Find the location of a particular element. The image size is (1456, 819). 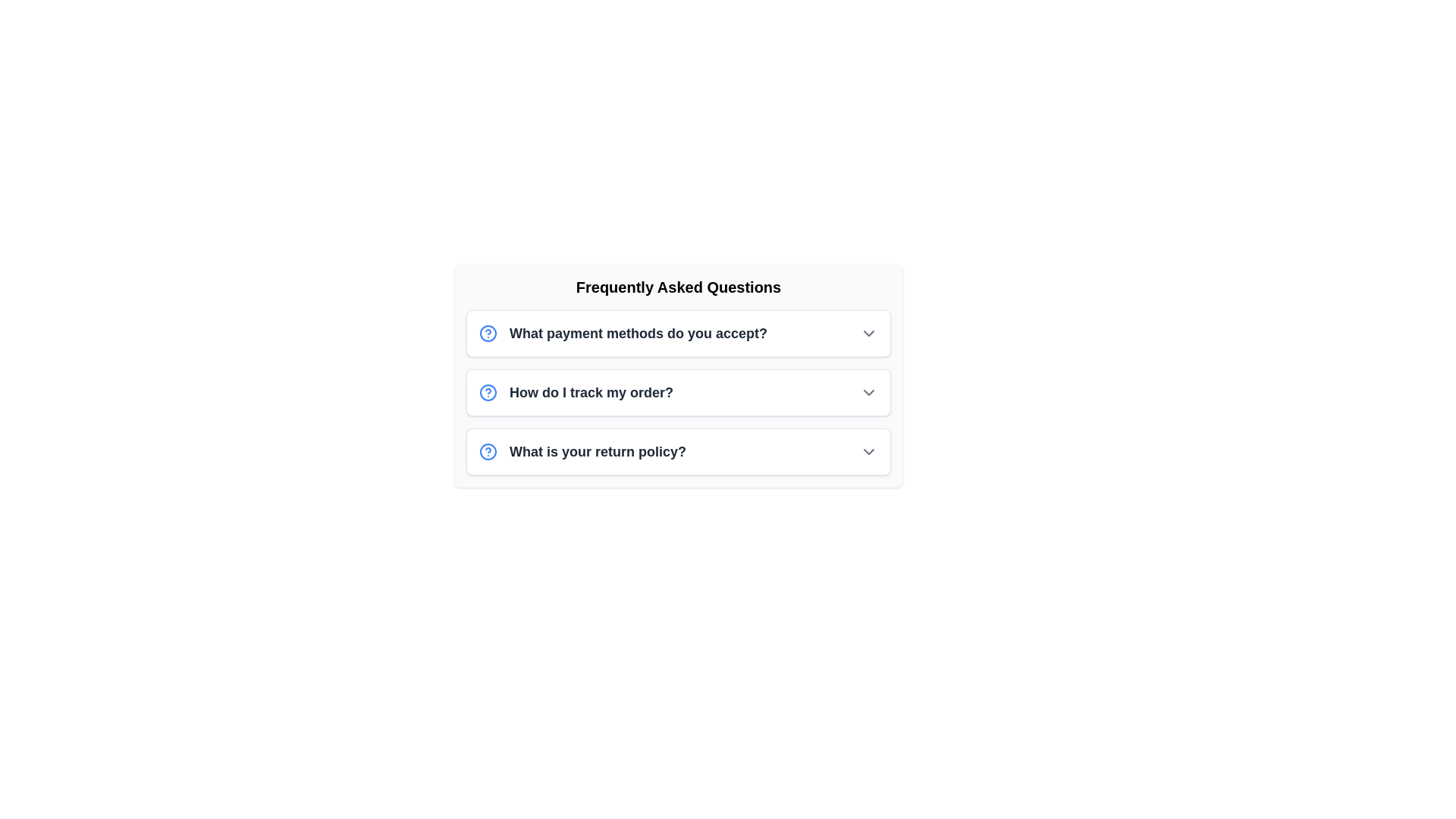

the dropdown toggle icon located at the end of the row labeled 'How do I track my order?' is located at coordinates (869, 391).